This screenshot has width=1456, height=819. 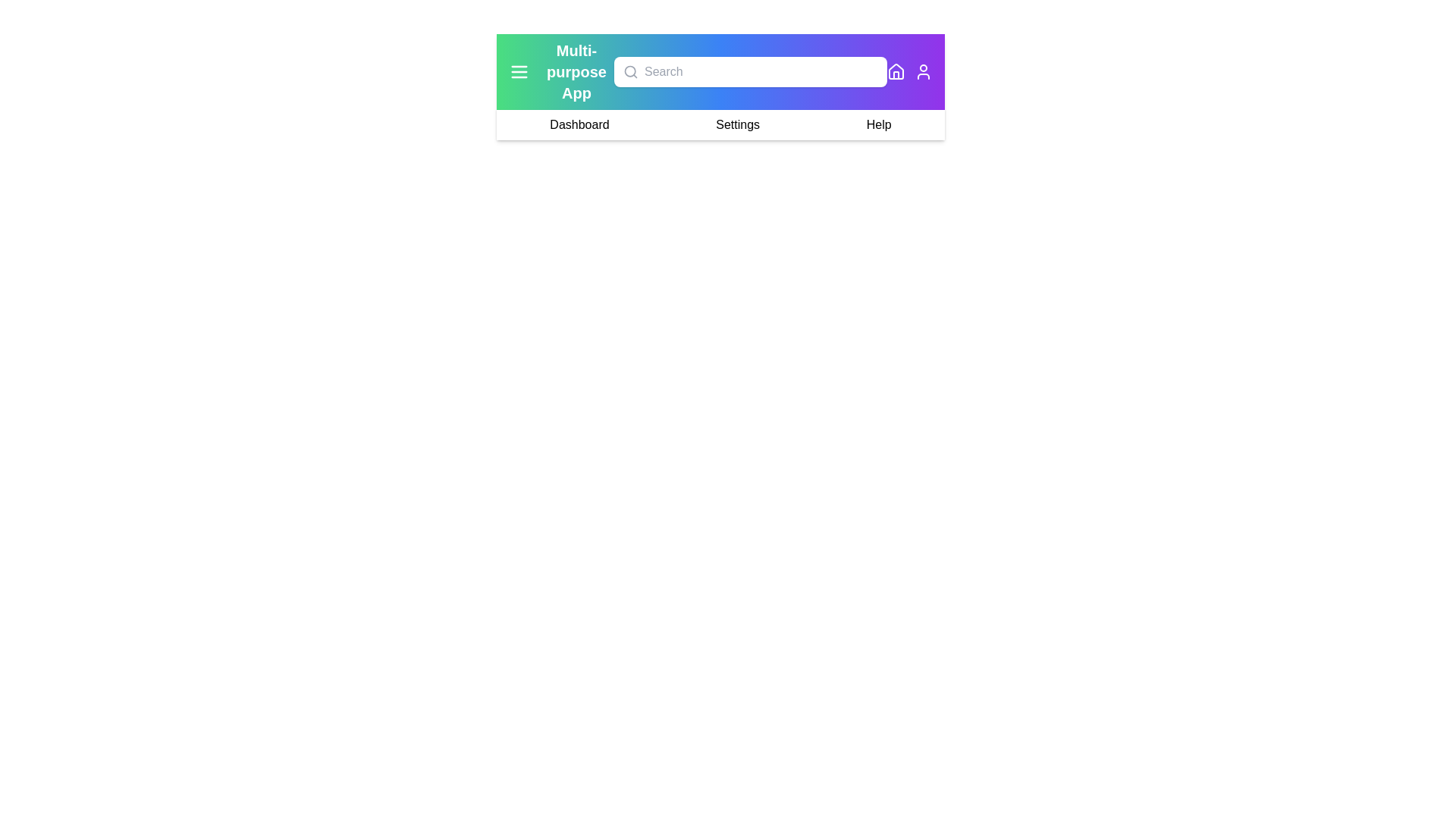 What do you see at coordinates (578, 124) in the screenshot?
I see `the 'Dashboard' option in the navigation bar` at bounding box center [578, 124].